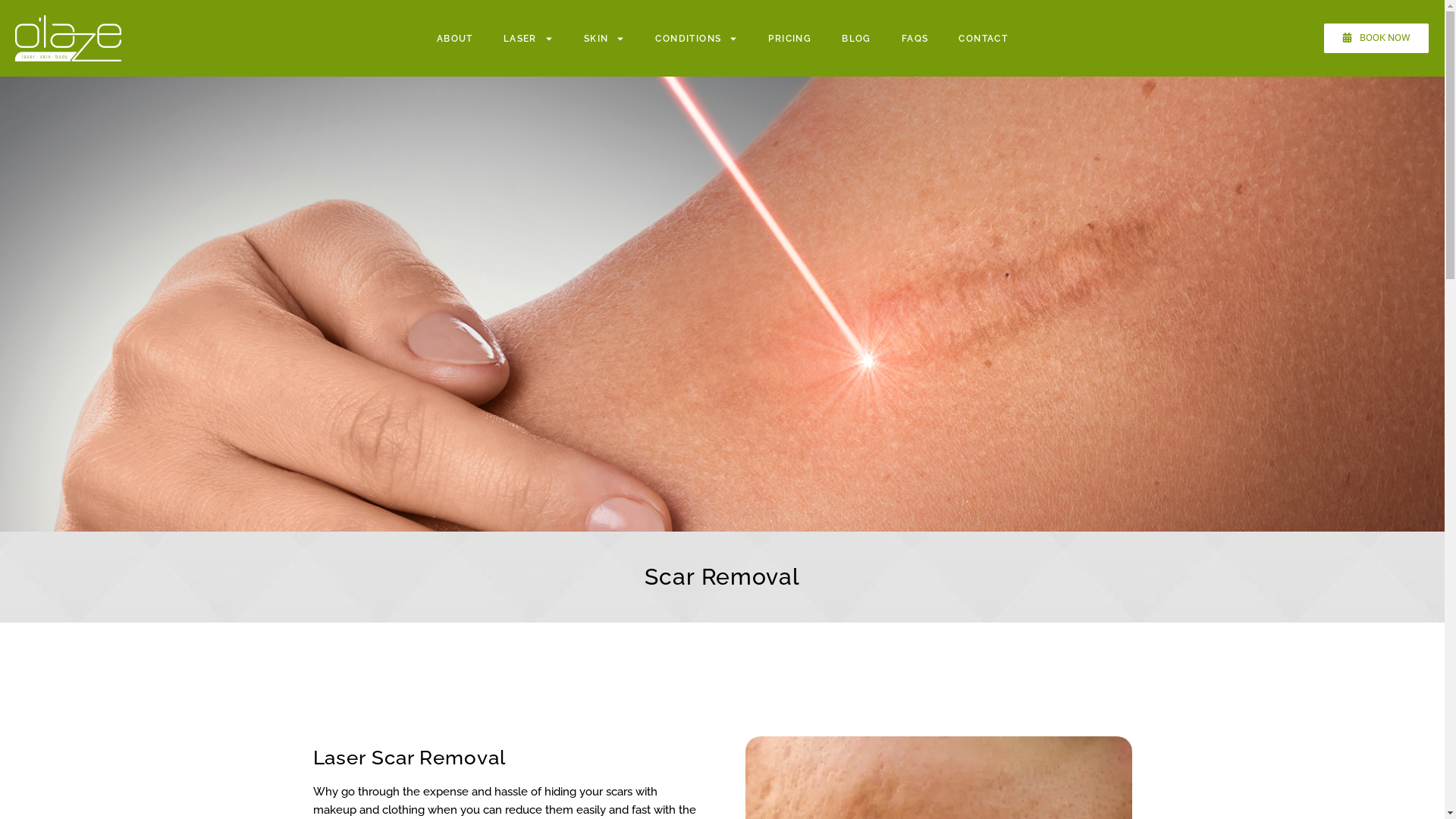 The height and width of the screenshot is (819, 1456). What do you see at coordinates (1376, 37) in the screenshot?
I see `'BOOK NOW'` at bounding box center [1376, 37].